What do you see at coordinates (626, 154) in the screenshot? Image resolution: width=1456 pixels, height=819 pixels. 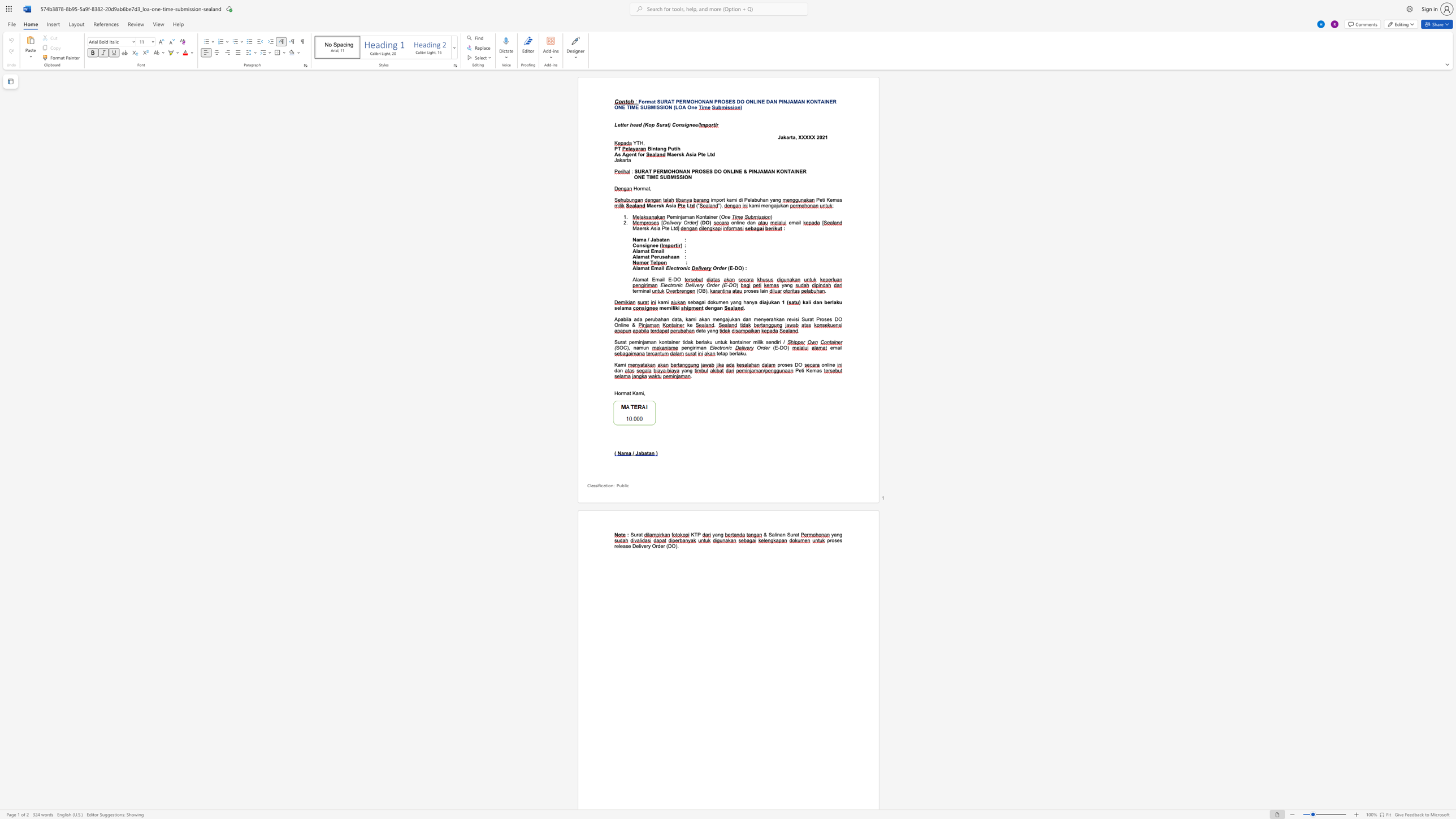 I see `the subset text "ge" within the text "As Agent for"` at bounding box center [626, 154].